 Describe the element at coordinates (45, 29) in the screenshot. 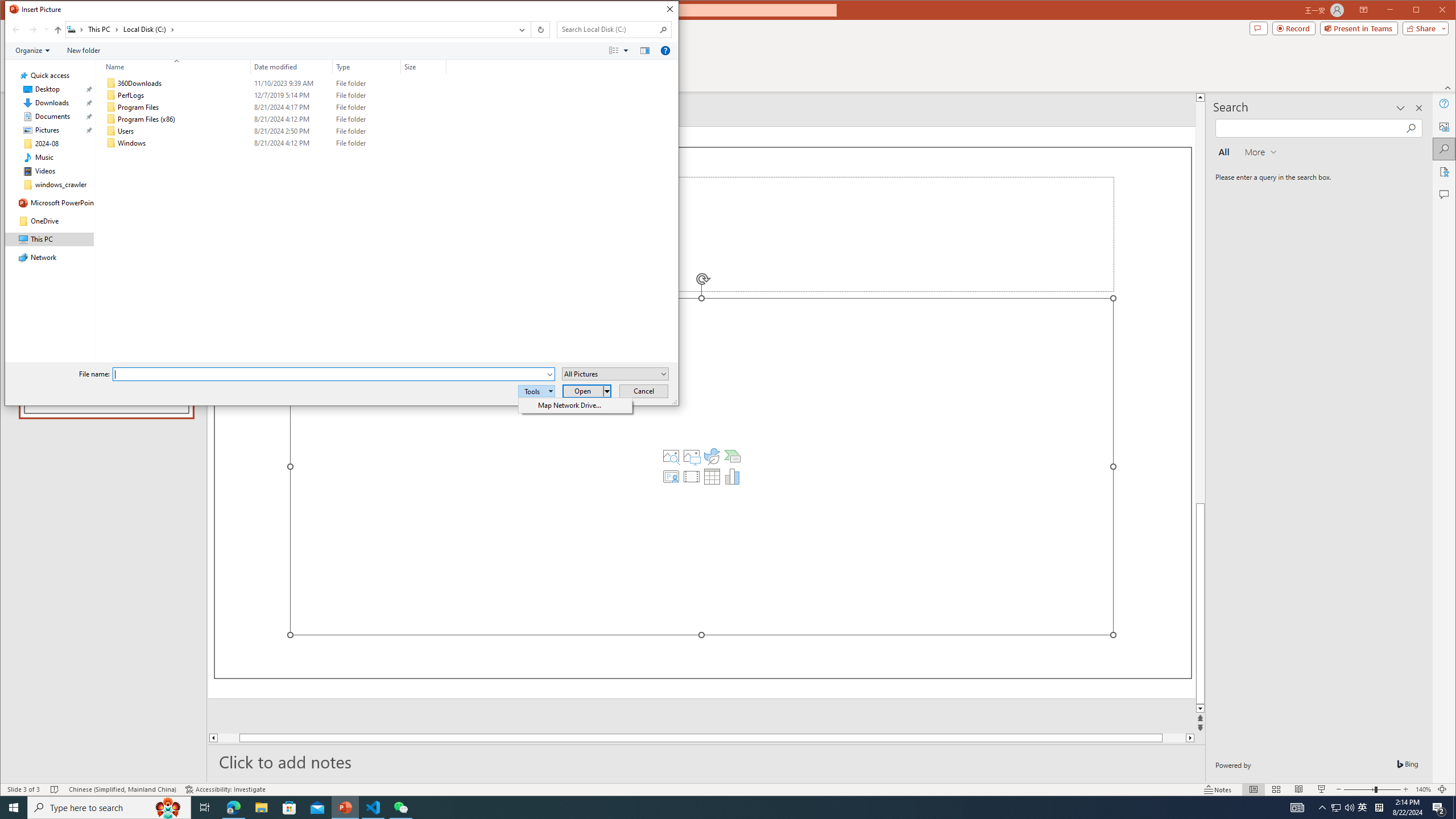

I see `'Recent locations'` at that location.